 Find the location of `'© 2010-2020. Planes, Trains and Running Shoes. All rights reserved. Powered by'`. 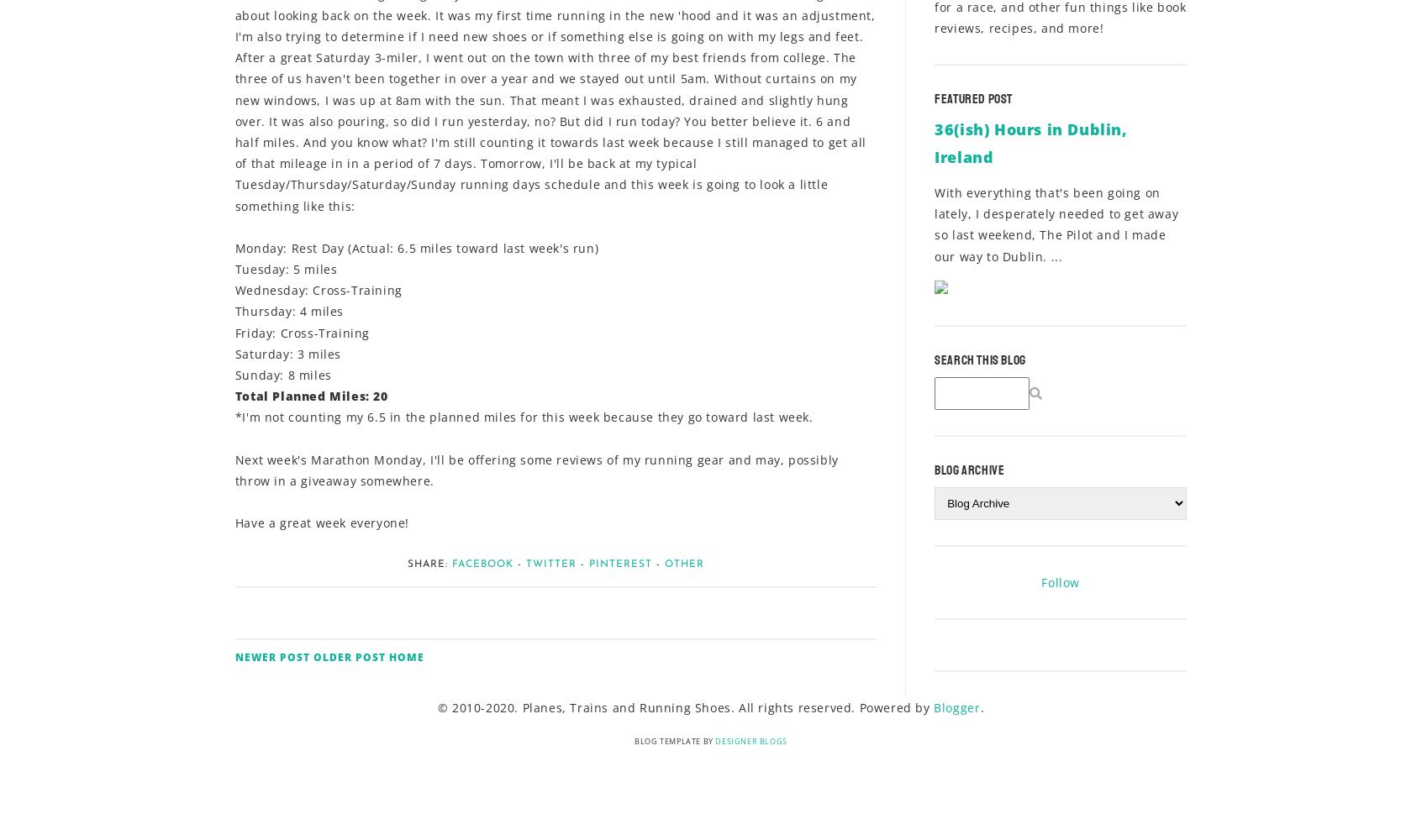

'© 2010-2020. Planes, Trains and Running Shoes. All rights reserved. Powered by' is located at coordinates (685, 706).